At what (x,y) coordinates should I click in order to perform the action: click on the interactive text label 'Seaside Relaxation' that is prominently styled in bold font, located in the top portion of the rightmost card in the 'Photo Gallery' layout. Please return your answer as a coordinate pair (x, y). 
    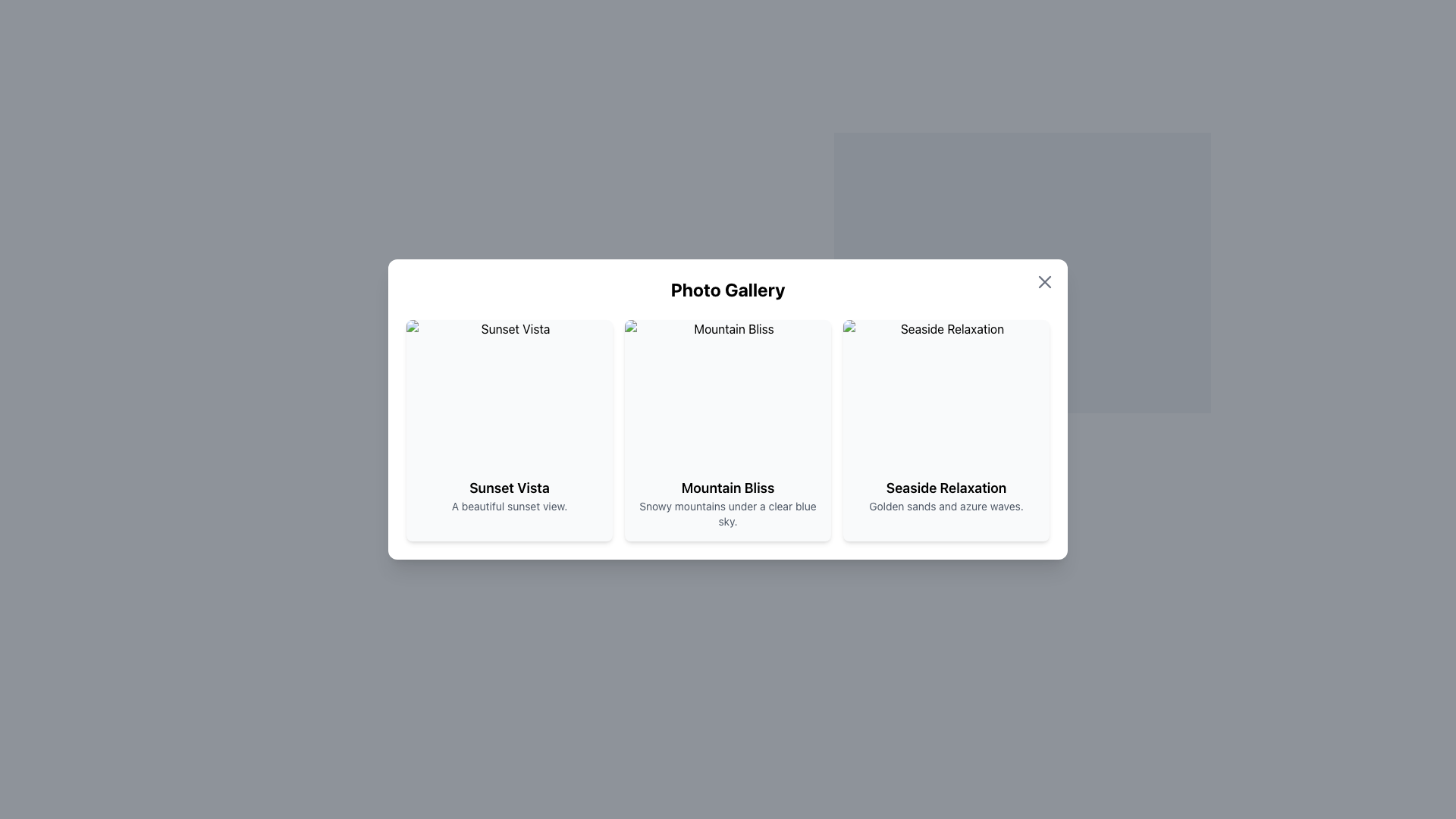
    Looking at the image, I should click on (946, 488).